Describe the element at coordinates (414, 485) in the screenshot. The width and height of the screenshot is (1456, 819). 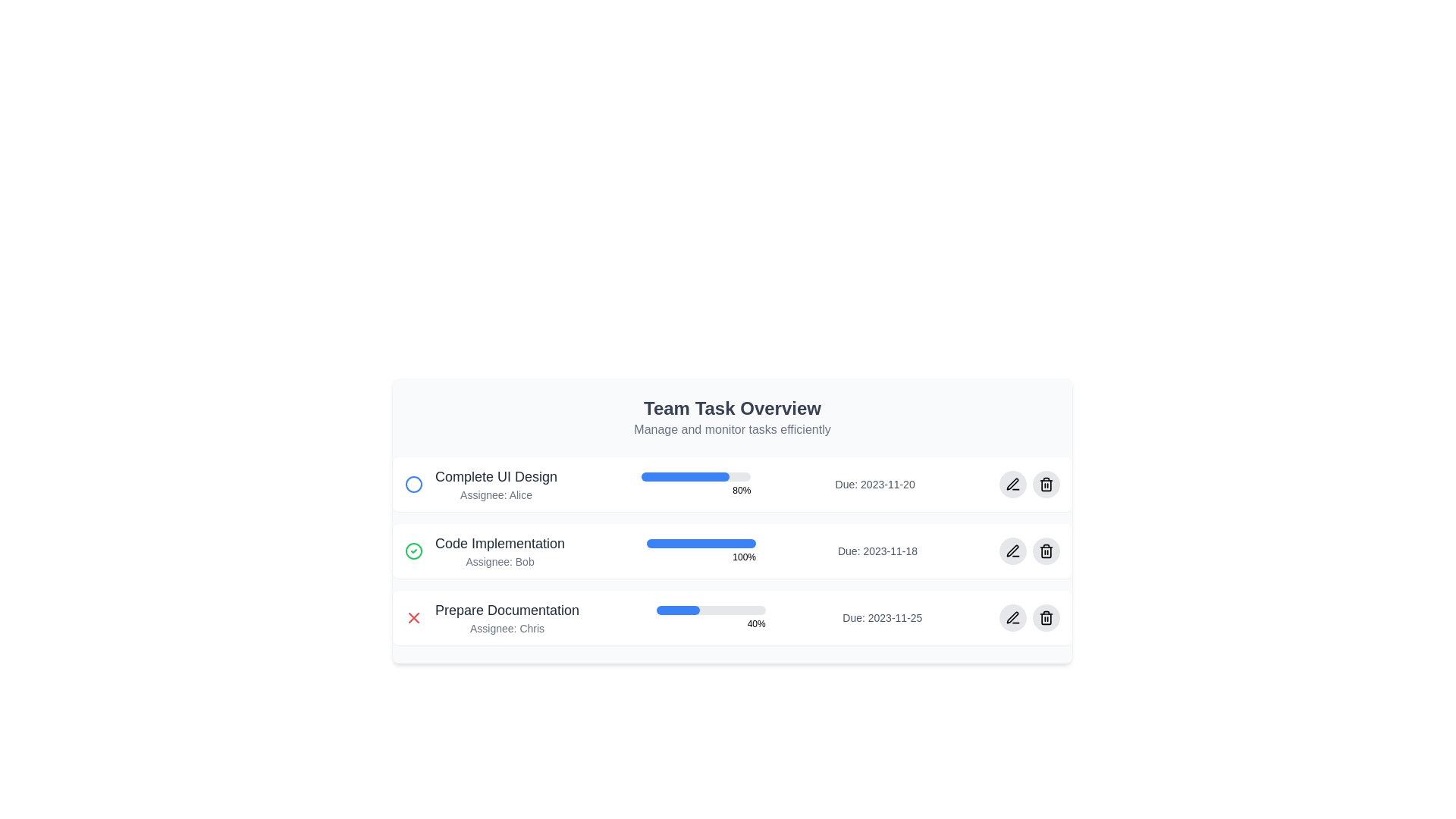
I see `the blue circular icon with a hollow center, located to the left of the text 'Complete UI Design' in the task list` at that location.